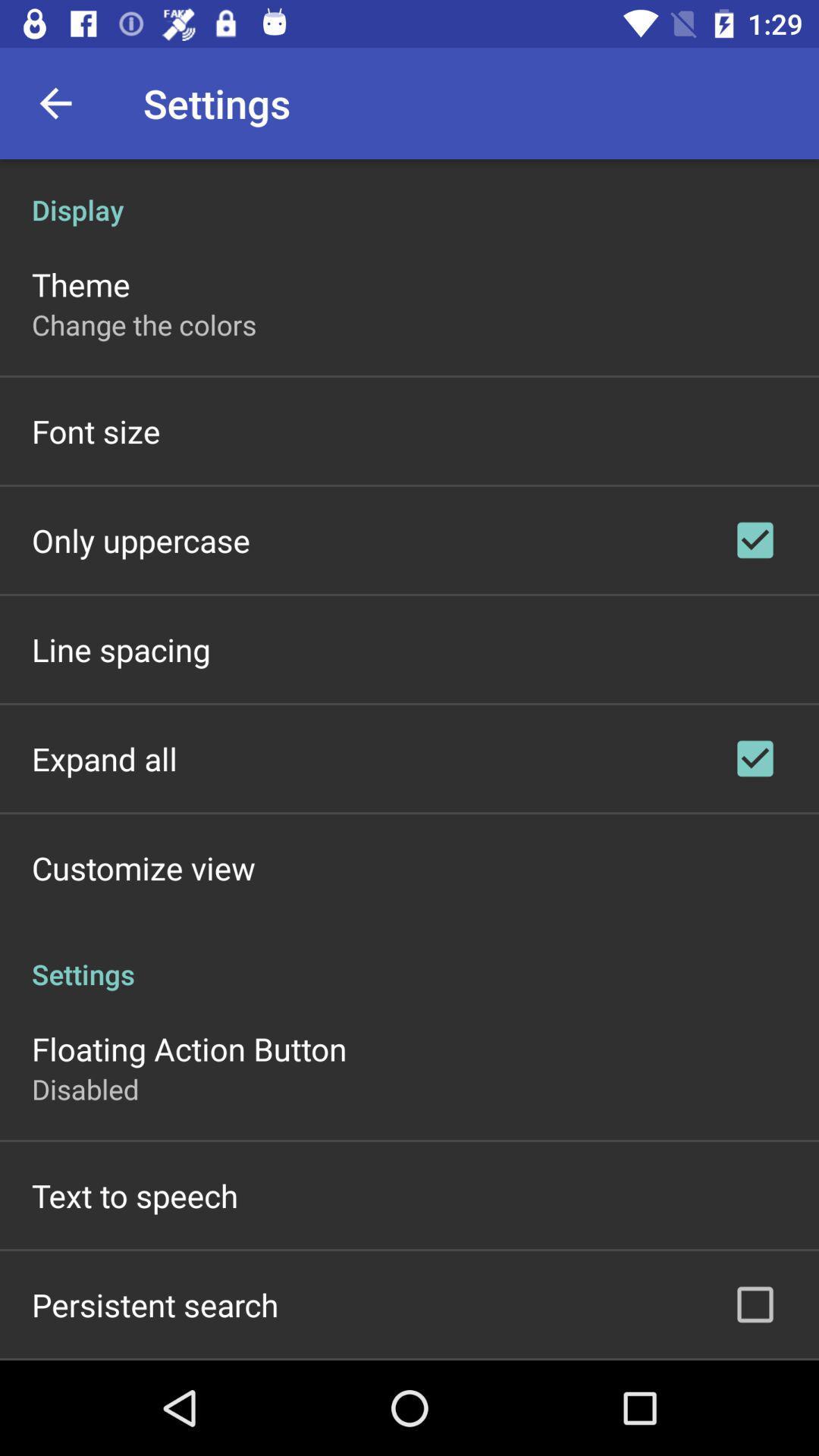 This screenshot has width=819, height=1456. Describe the element at coordinates (188, 1047) in the screenshot. I see `floating action button` at that location.